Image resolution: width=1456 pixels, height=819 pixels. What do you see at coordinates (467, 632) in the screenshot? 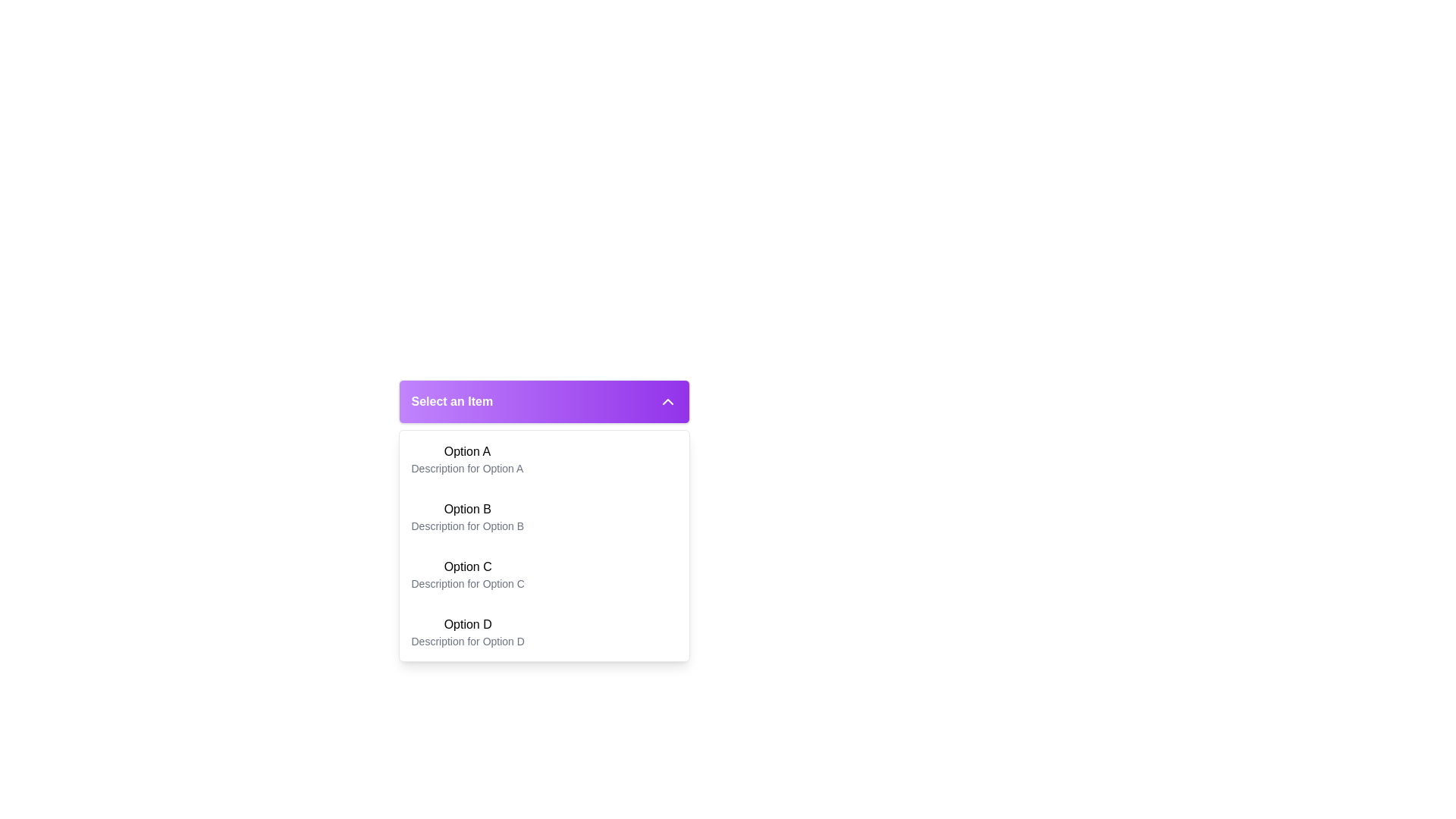
I see `the fourth selectable option in the dropdown menu, which provides details about the option through its description` at bounding box center [467, 632].